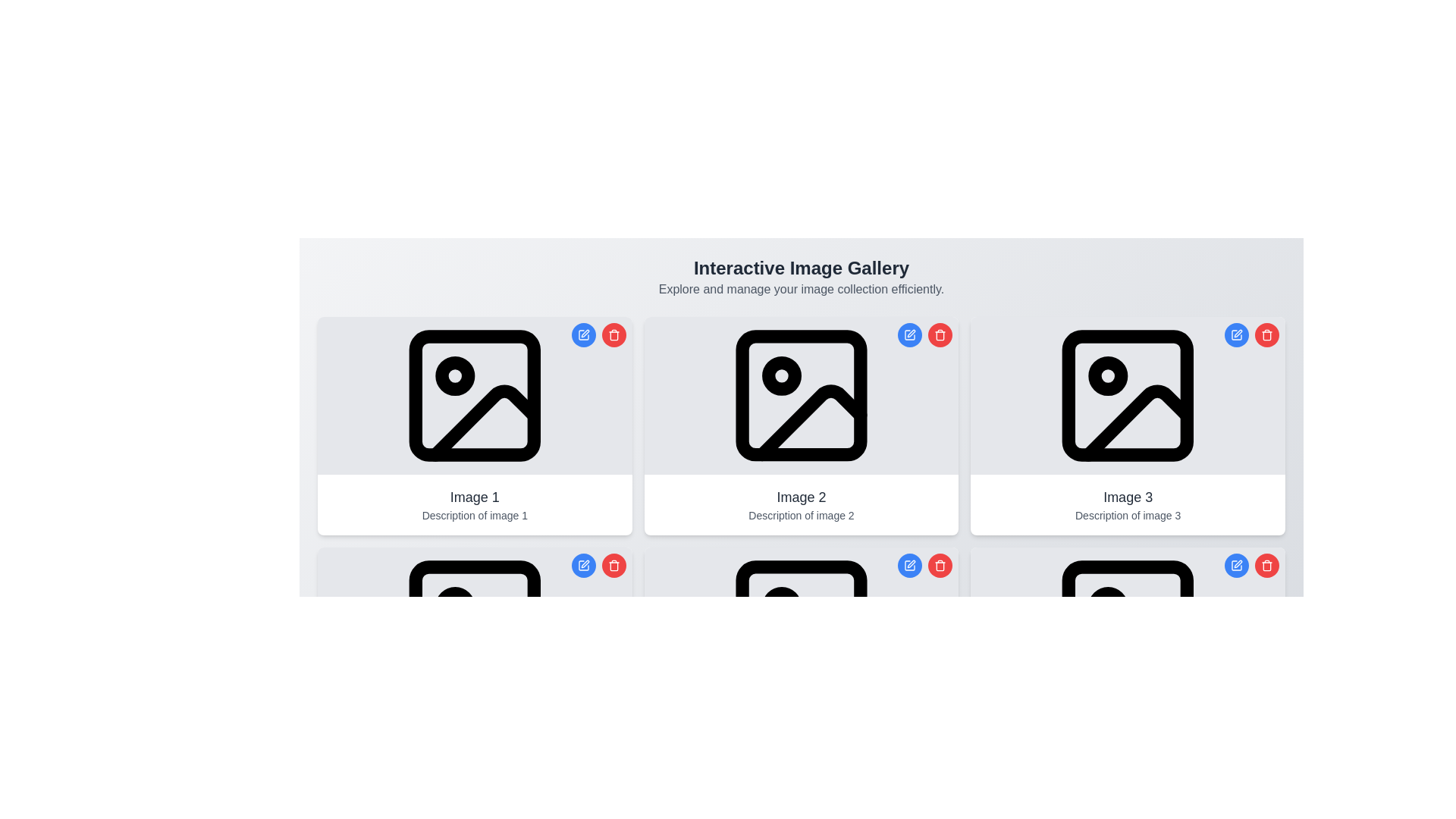 This screenshot has width=1456, height=819. Describe the element at coordinates (940, 334) in the screenshot. I see `the red circular delete button with a white trash can icon located in the top-right corner of the second image card to trigger the hover effect` at that location.